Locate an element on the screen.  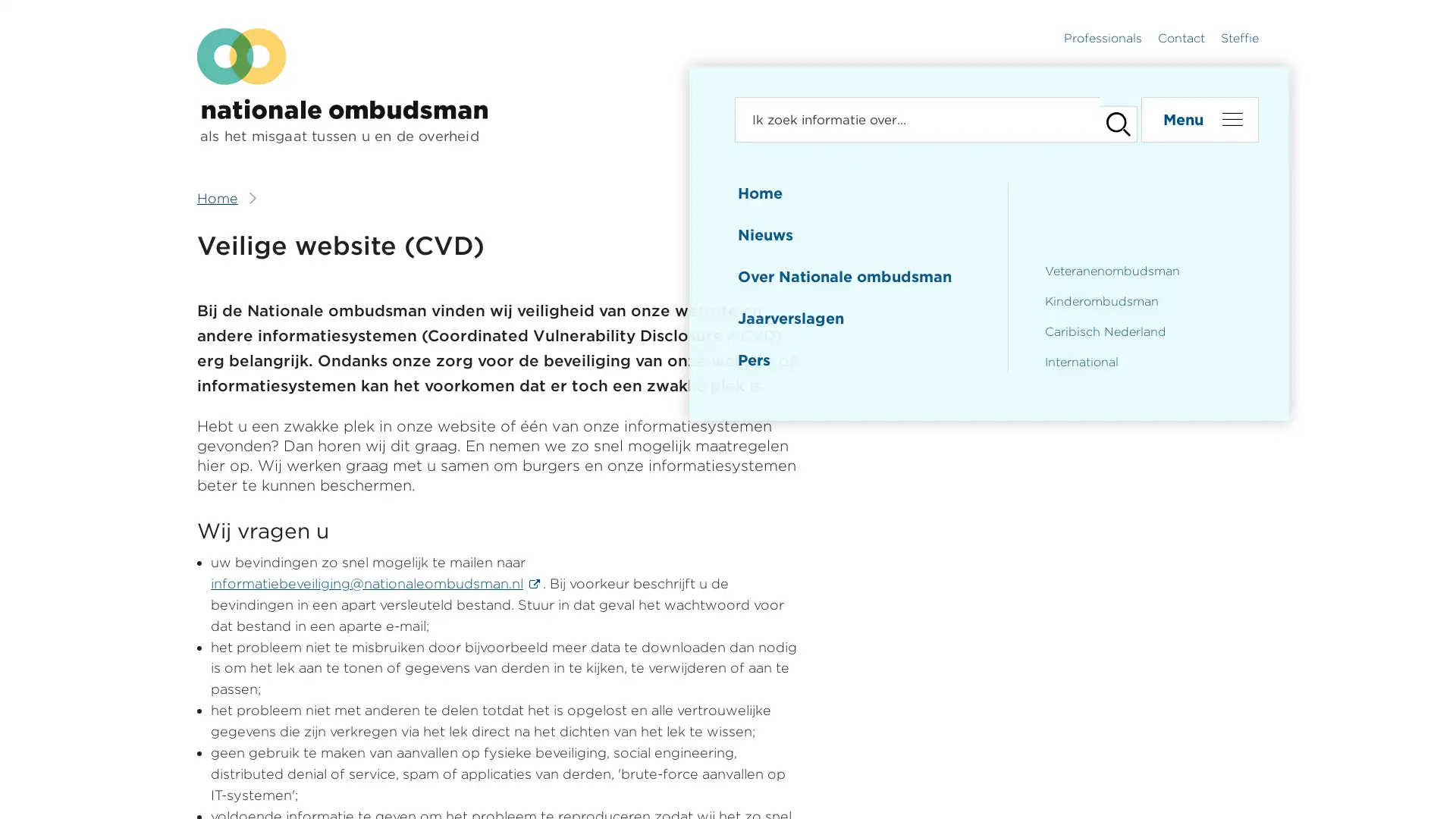
Zoeken is located at coordinates (1110, 119).